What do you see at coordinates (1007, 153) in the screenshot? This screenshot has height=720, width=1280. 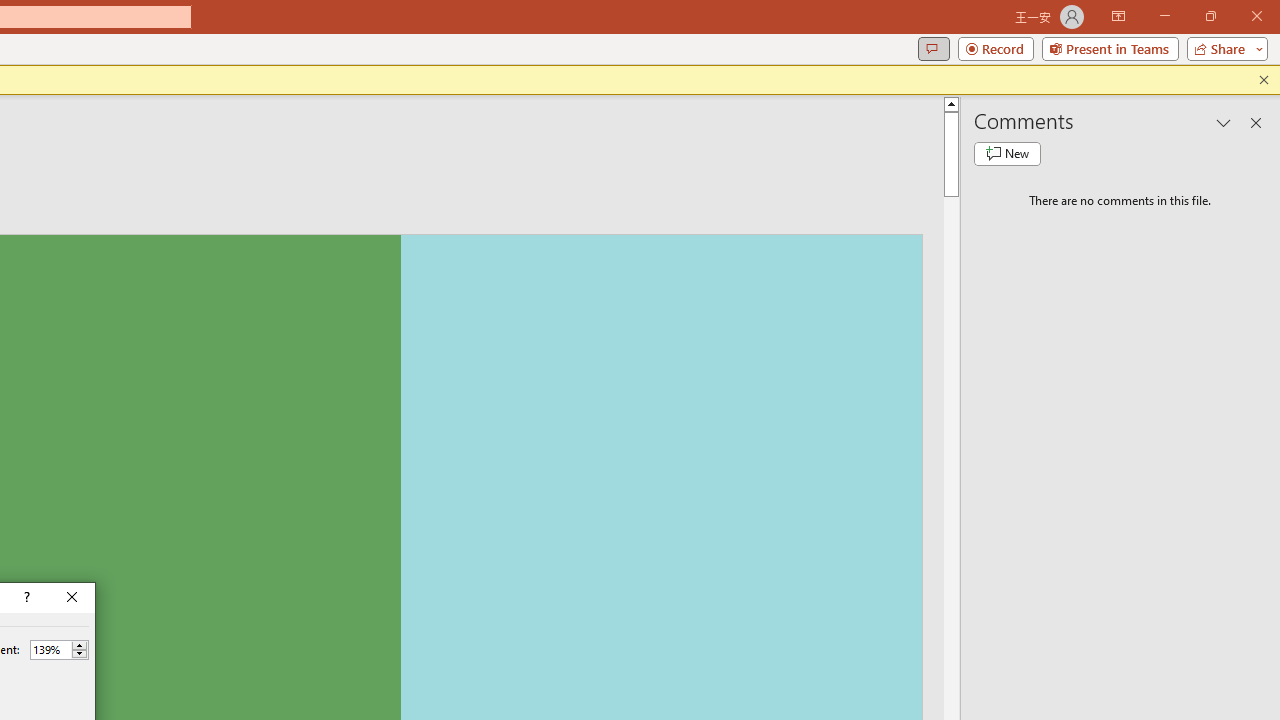 I see `'New comment'` at bounding box center [1007, 153].